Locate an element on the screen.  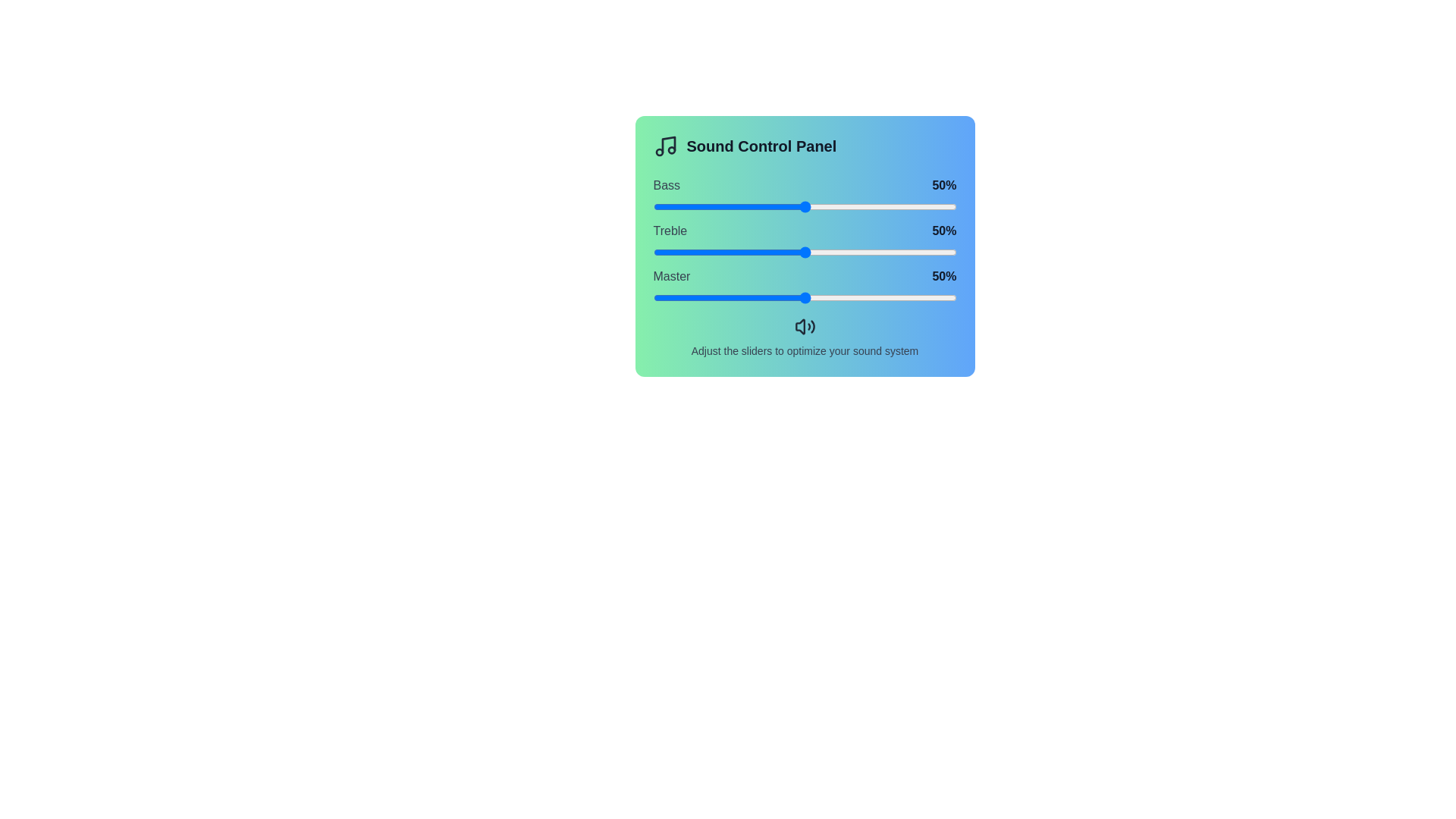
the Bass slider to 5% is located at coordinates (667, 207).